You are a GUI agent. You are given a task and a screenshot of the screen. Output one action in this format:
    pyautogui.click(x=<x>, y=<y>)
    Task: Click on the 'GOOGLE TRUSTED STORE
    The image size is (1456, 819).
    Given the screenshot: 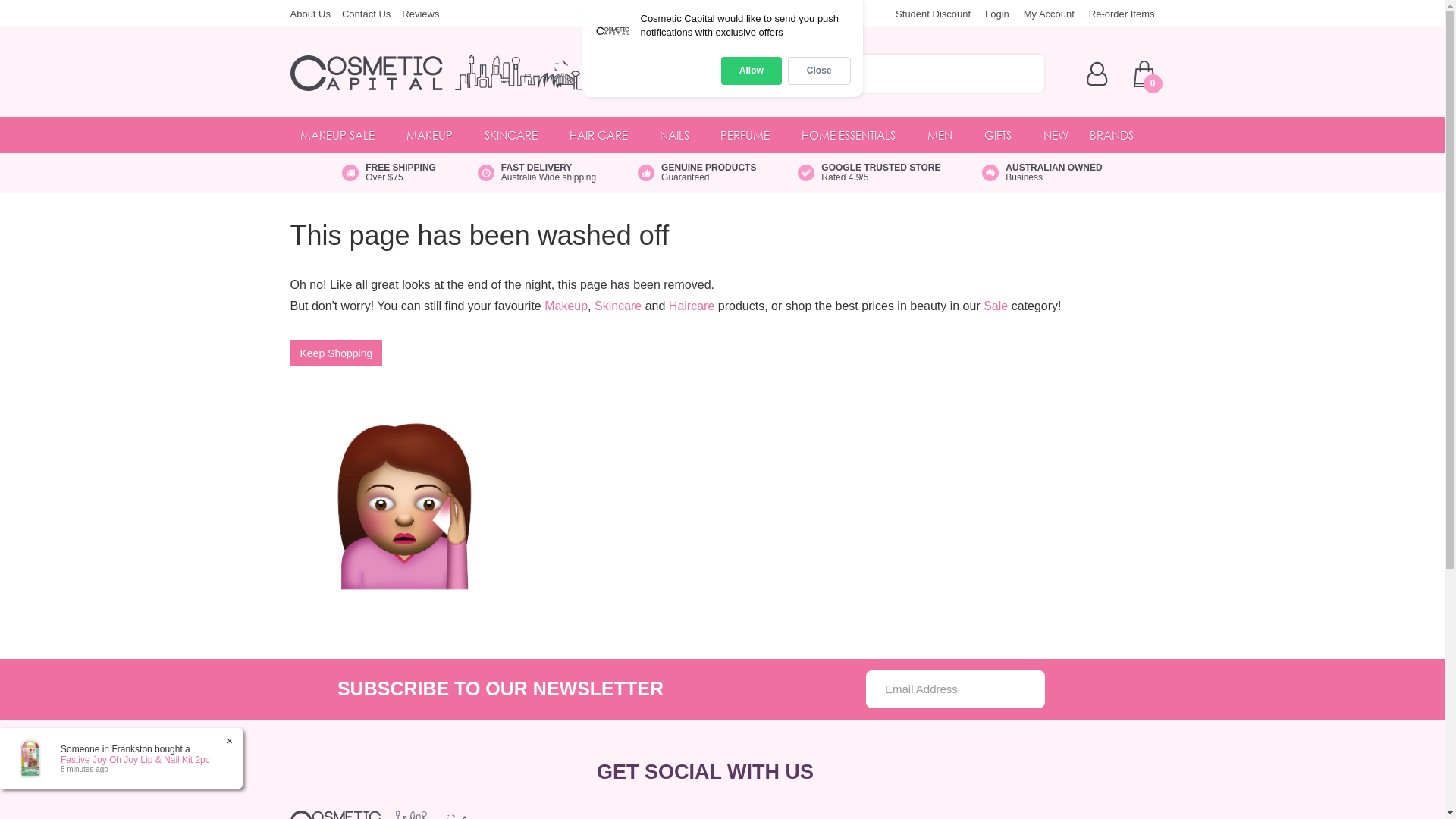 What is the action you would take?
    pyautogui.click(x=869, y=171)
    